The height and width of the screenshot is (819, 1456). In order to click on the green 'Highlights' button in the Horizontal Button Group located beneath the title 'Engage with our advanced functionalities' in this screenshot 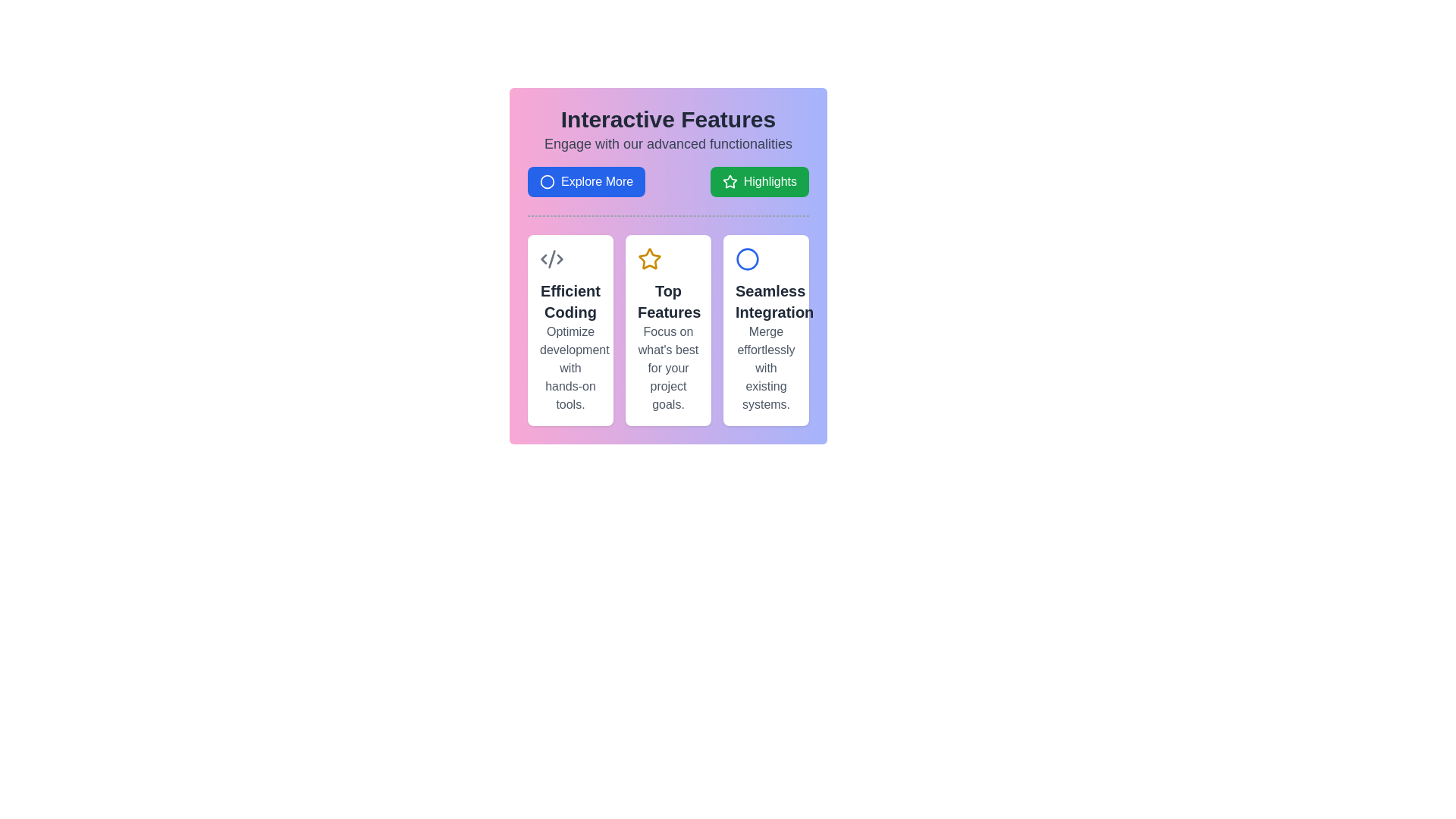, I will do `click(667, 180)`.